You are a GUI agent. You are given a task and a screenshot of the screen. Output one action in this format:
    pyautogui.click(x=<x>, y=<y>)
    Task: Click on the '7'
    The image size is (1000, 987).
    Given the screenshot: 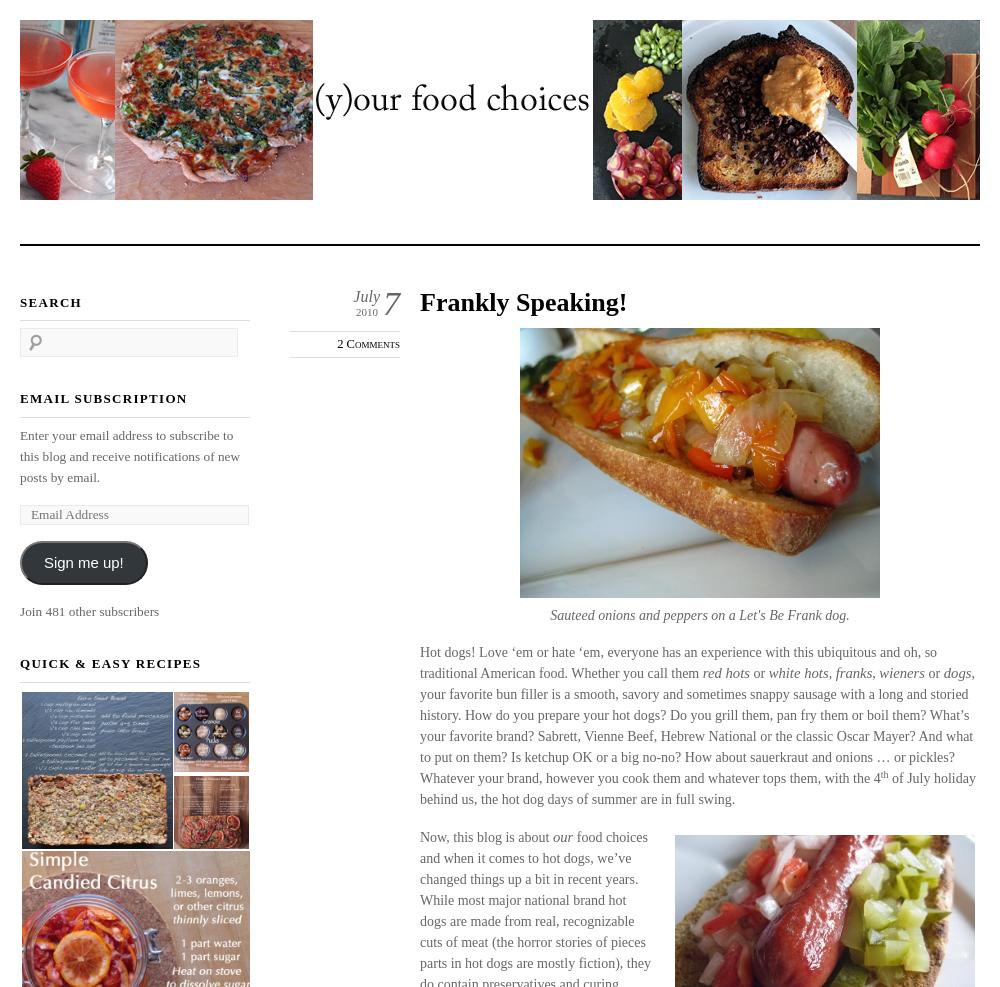 What is the action you would take?
    pyautogui.click(x=391, y=302)
    